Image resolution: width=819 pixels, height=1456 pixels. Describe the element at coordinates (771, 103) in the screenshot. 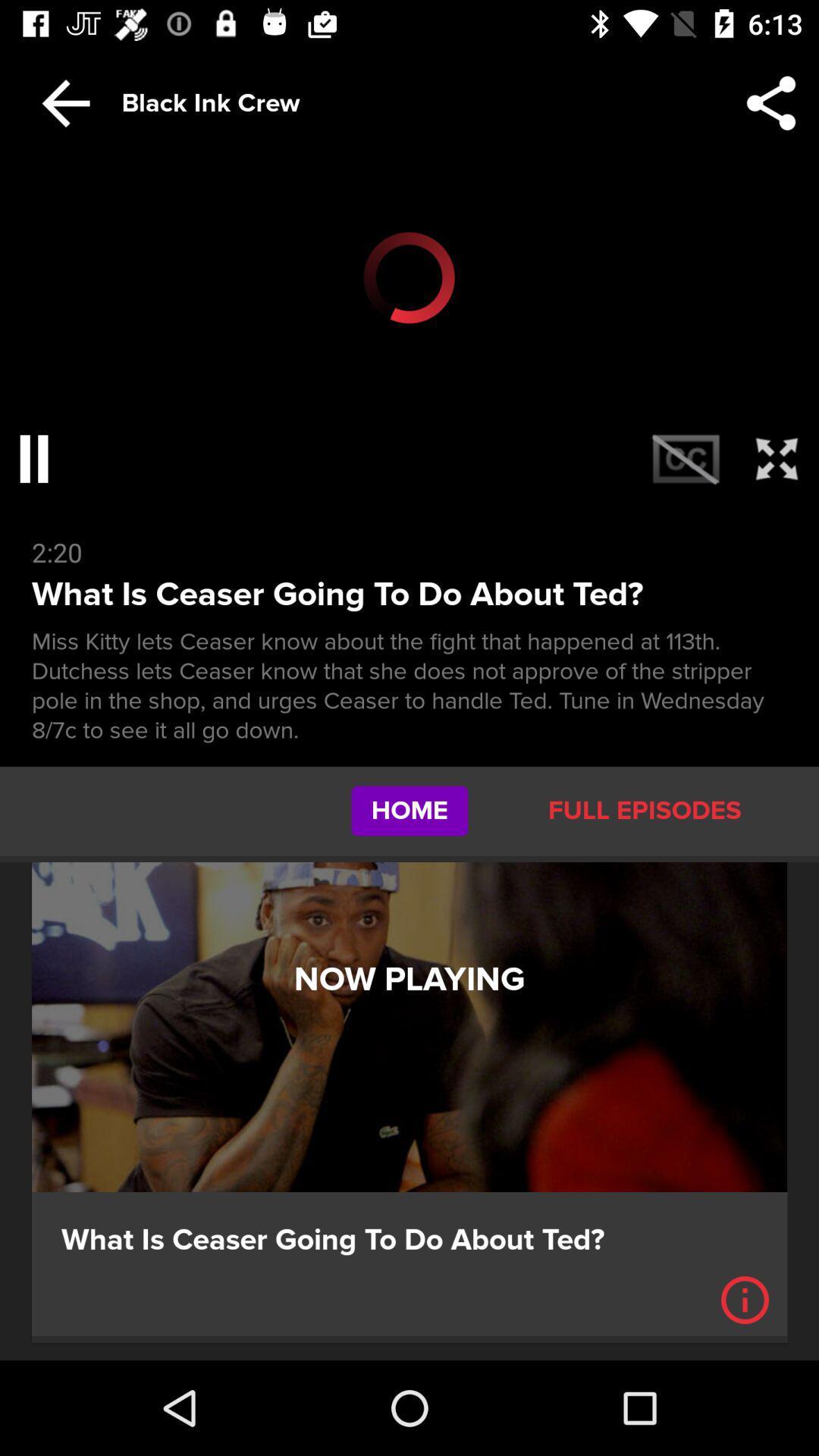

I see `the button which is to the immediate right of black ink crew` at that location.